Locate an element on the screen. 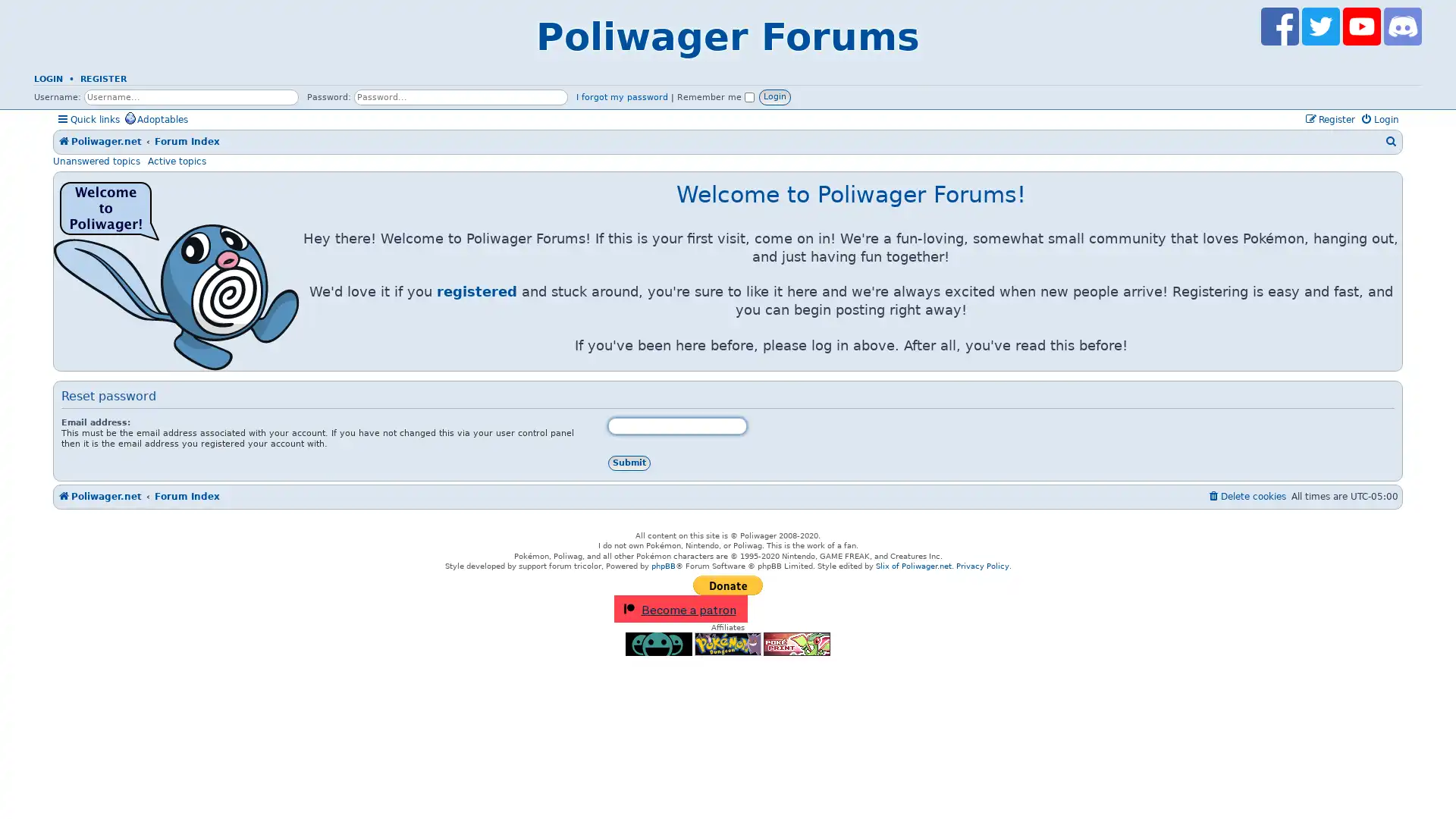  Login is located at coordinates (775, 96).